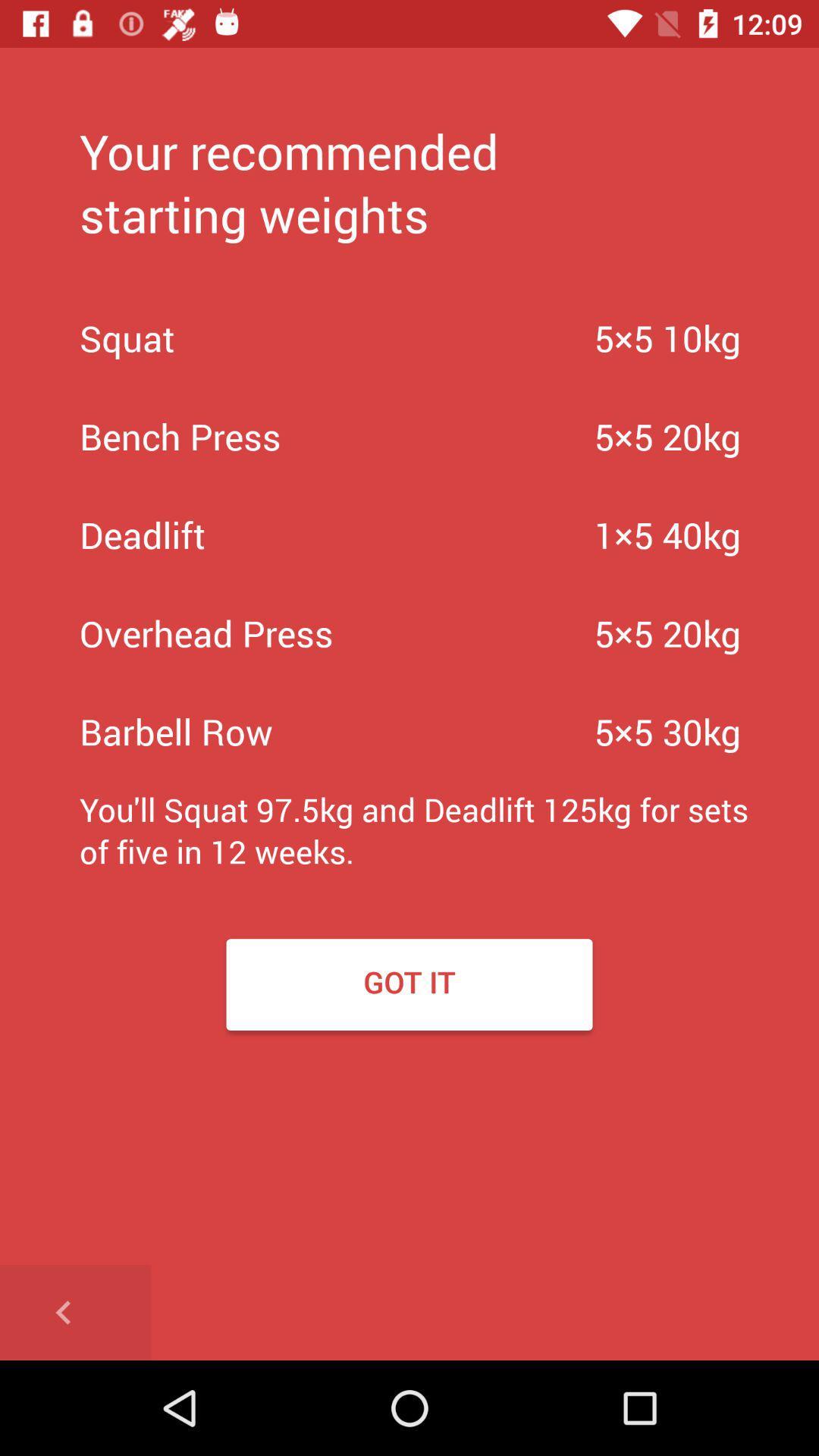 Image resolution: width=819 pixels, height=1456 pixels. Describe the element at coordinates (75, 1312) in the screenshot. I see `goes back` at that location.